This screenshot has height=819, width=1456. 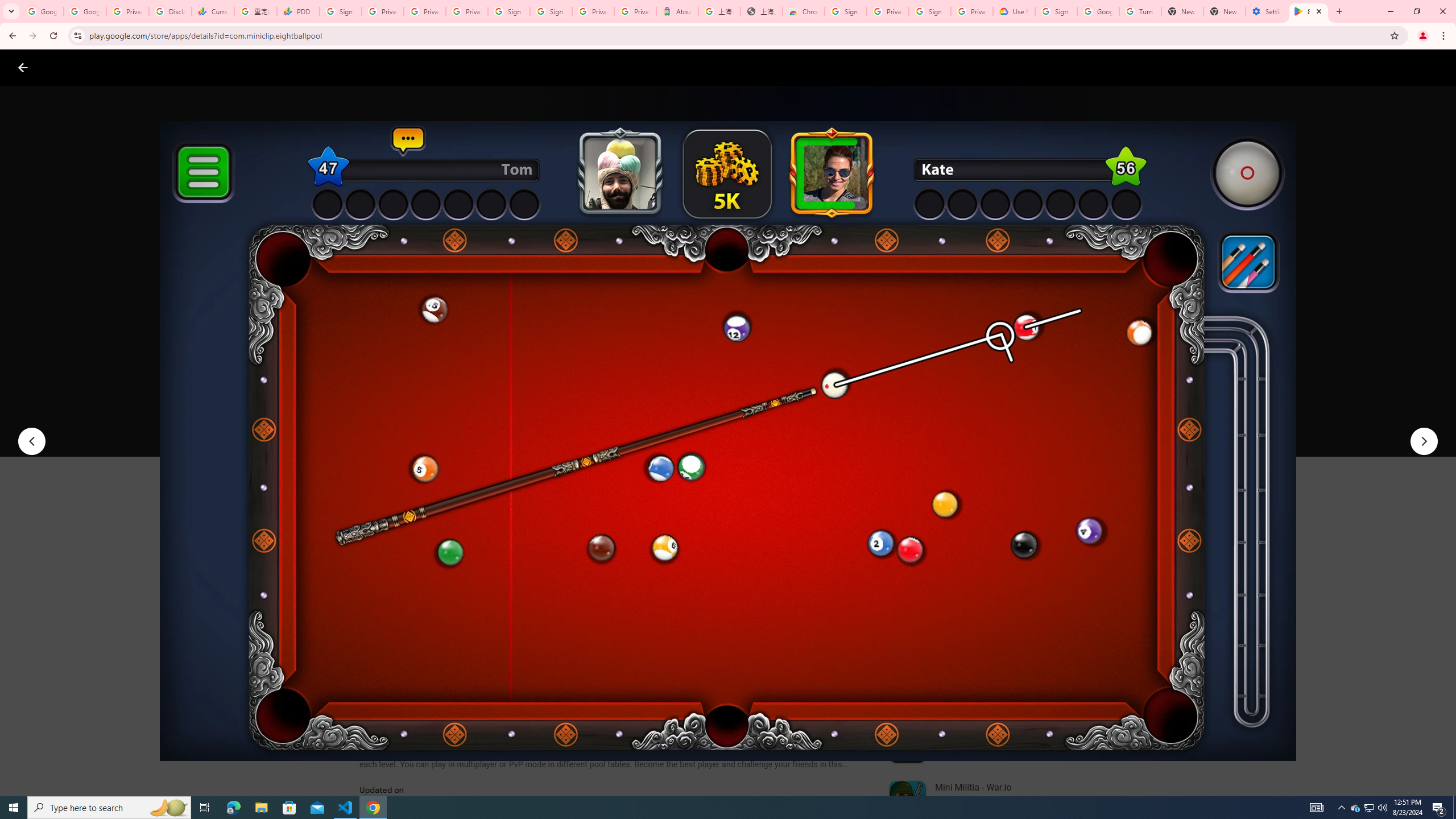 I want to click on 'Currencies - Google Finance', so click(x=212, y=11).